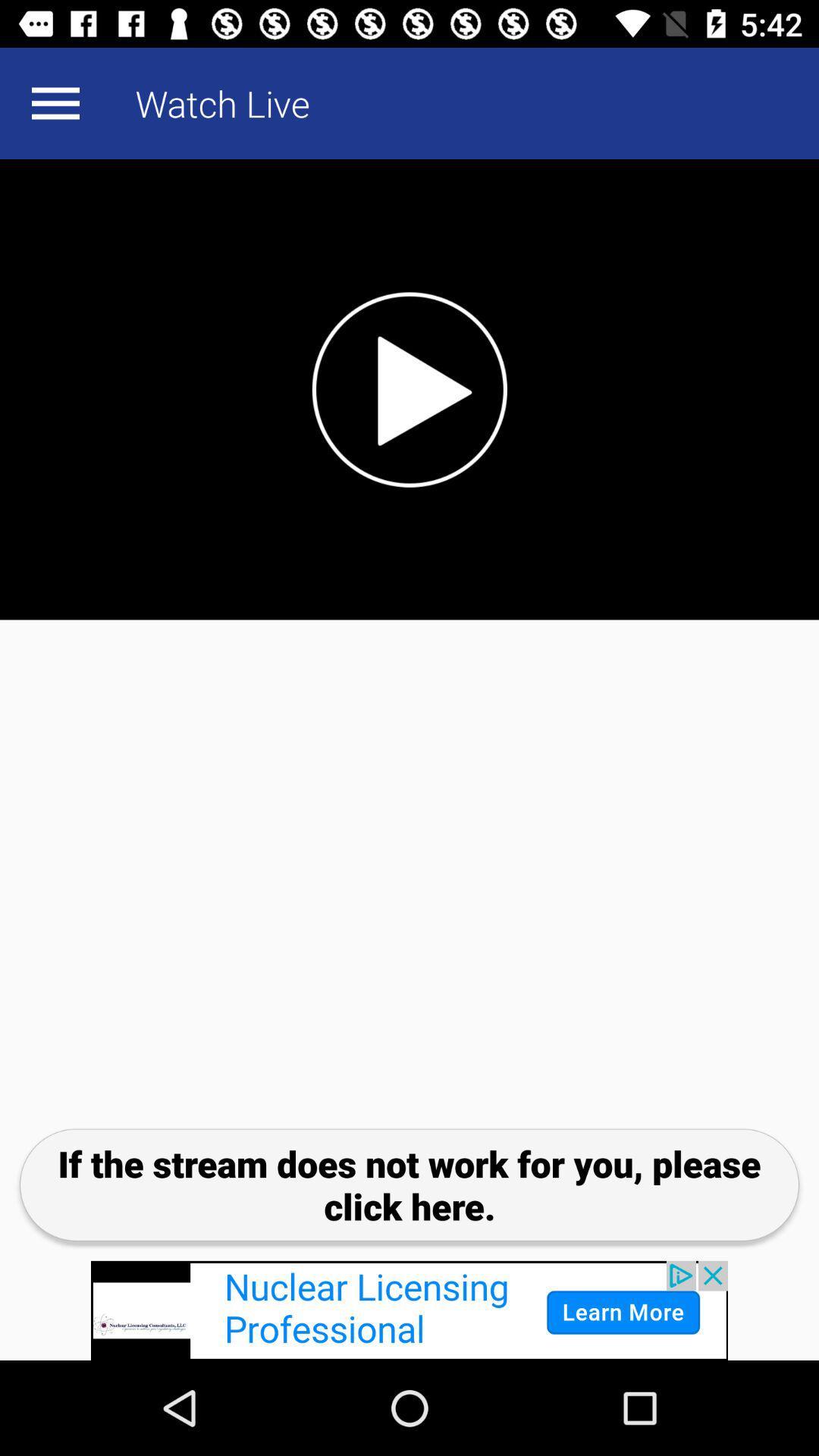 Image resolution: width=819 pixels, height=1456 pixels. Describe the element at coordinates (409, 389) in the screenshot. I see `video play button` at that location.